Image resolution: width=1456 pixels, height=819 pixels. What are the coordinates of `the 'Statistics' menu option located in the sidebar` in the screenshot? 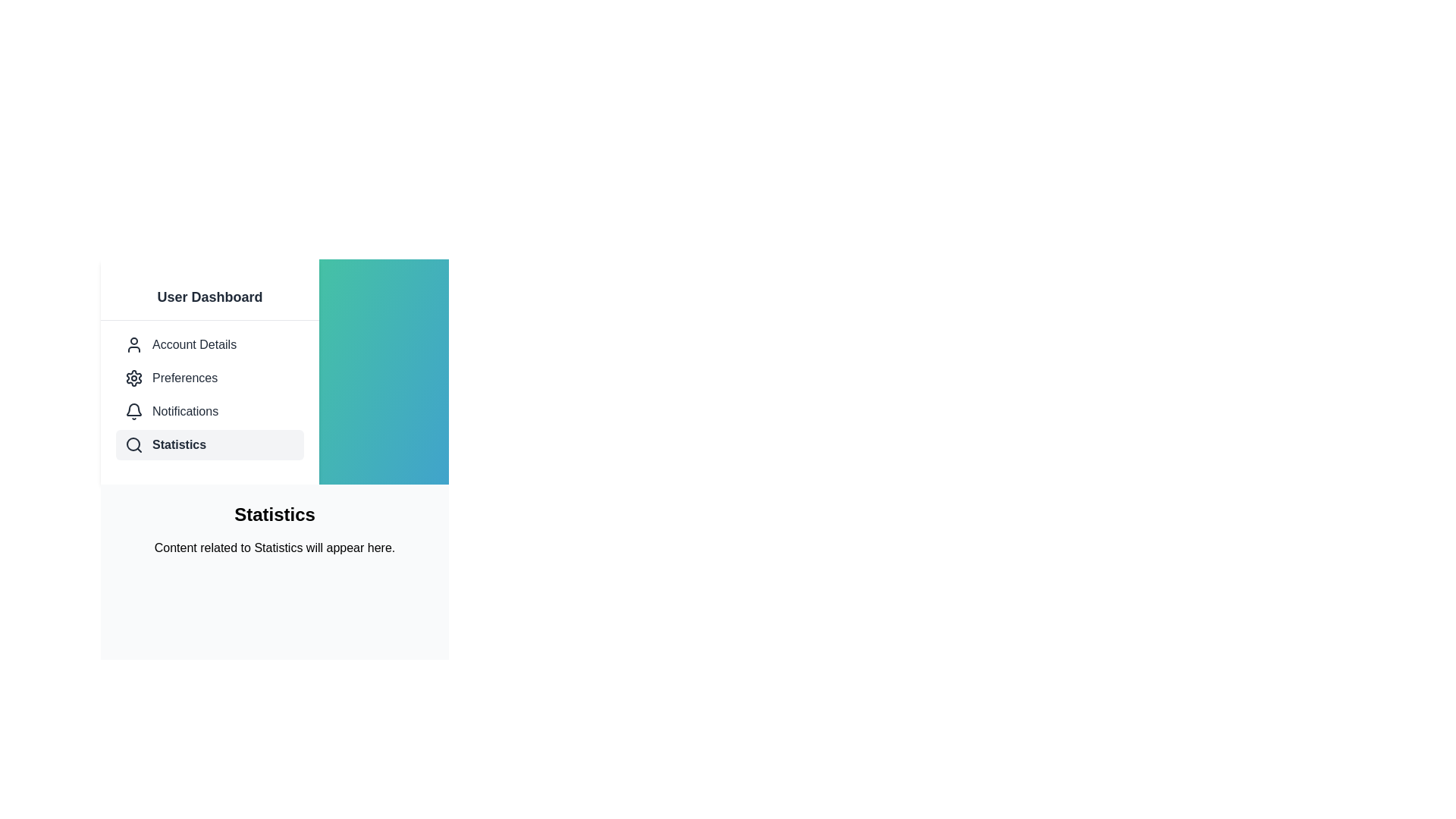 It's located at (209, 444).